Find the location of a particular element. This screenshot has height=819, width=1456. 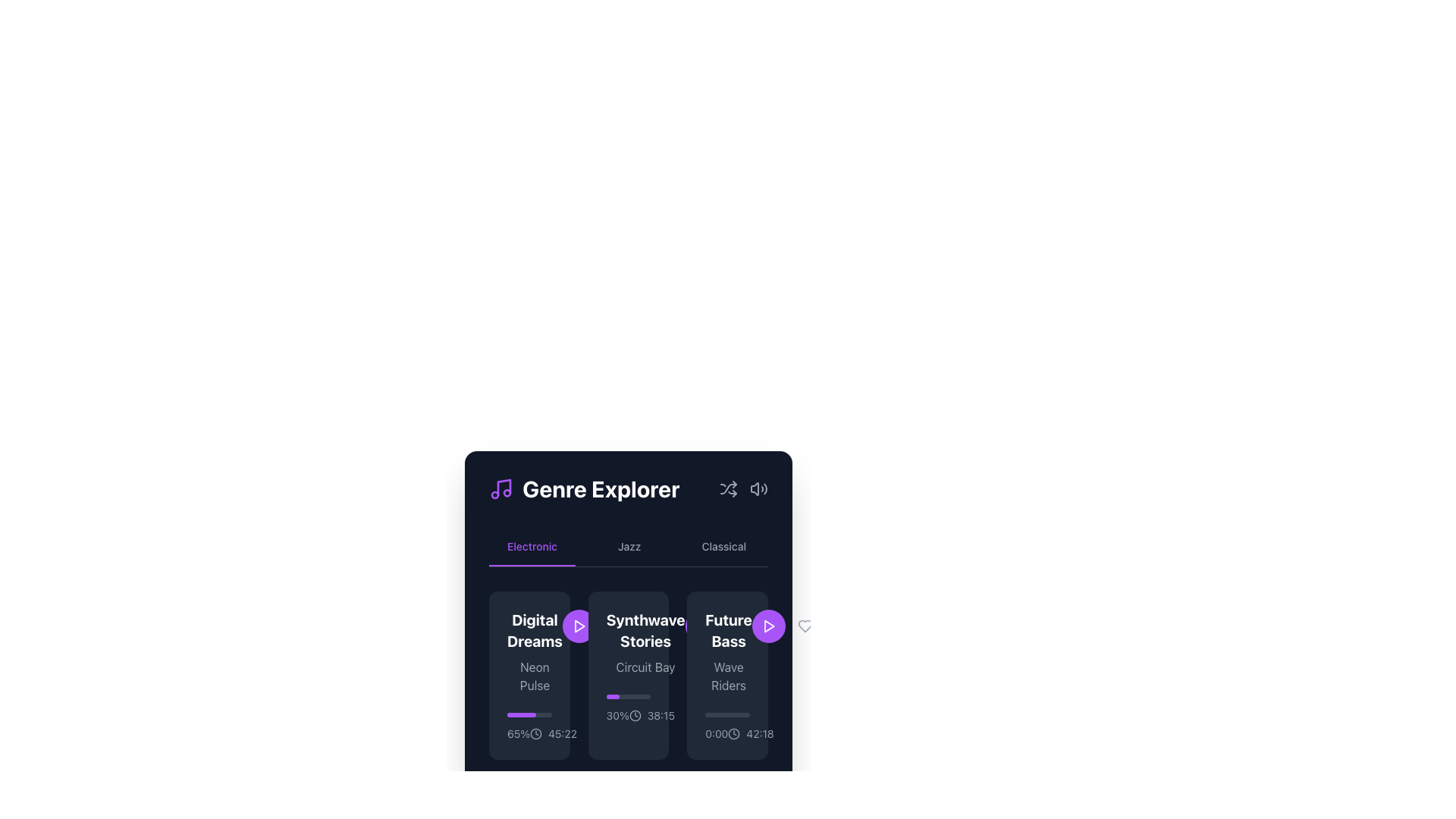

the tabbed navigation bar located under the 'Genre Explorer' heading is located at coordinates (629, 547).